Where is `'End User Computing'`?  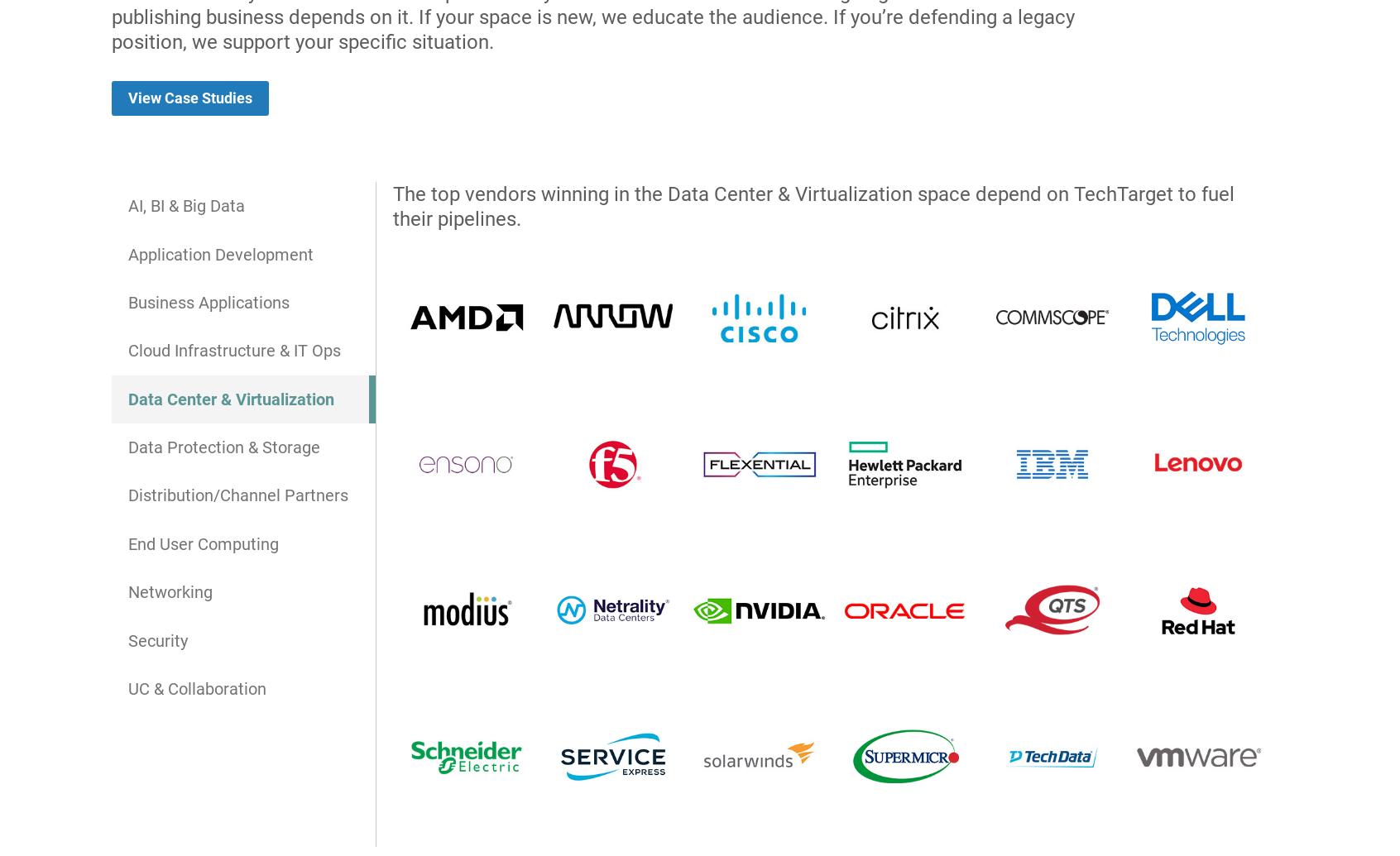 'End User Computing' is located at coordinates (126, 543).